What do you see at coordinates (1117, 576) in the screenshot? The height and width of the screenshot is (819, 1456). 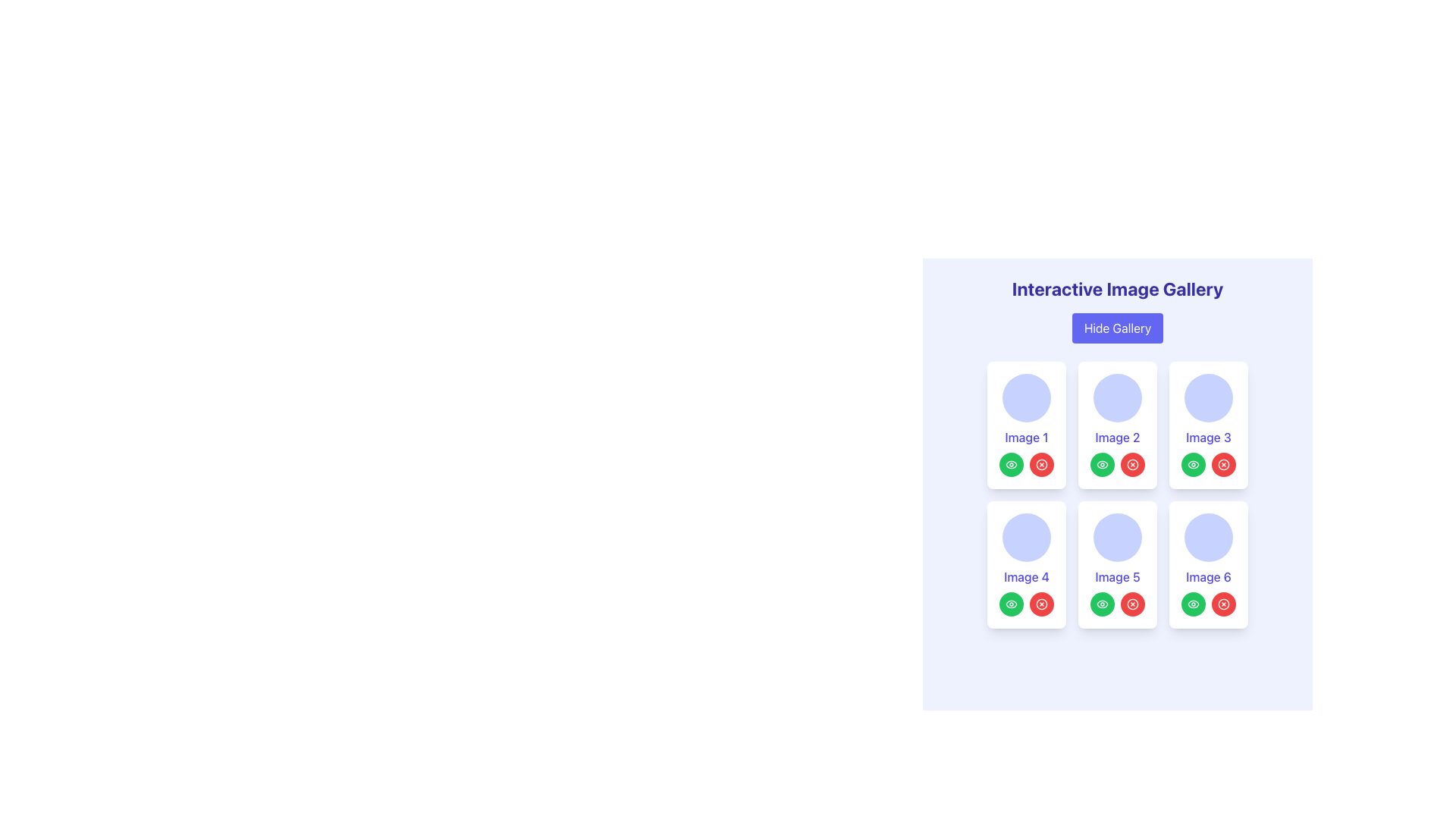 I see `the text element that designates 'Image 5', located at the bottom-middle section of the second card in the gallery grid layout` at bounding box center [1117, 576].